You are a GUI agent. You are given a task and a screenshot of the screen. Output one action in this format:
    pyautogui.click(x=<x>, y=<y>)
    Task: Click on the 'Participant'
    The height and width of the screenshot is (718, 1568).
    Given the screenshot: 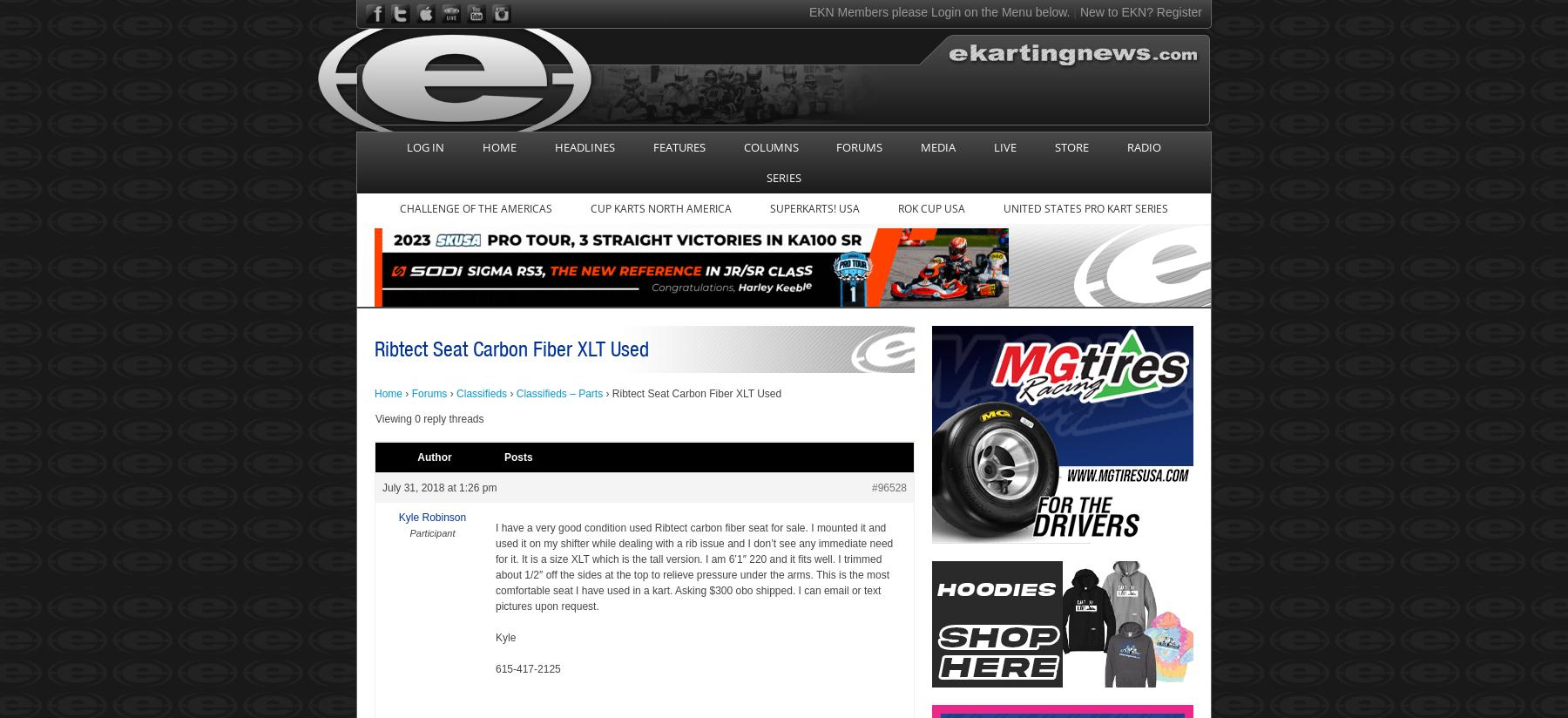 What is the action you would take?
    pyautogui.click(x=408, y=532)
    